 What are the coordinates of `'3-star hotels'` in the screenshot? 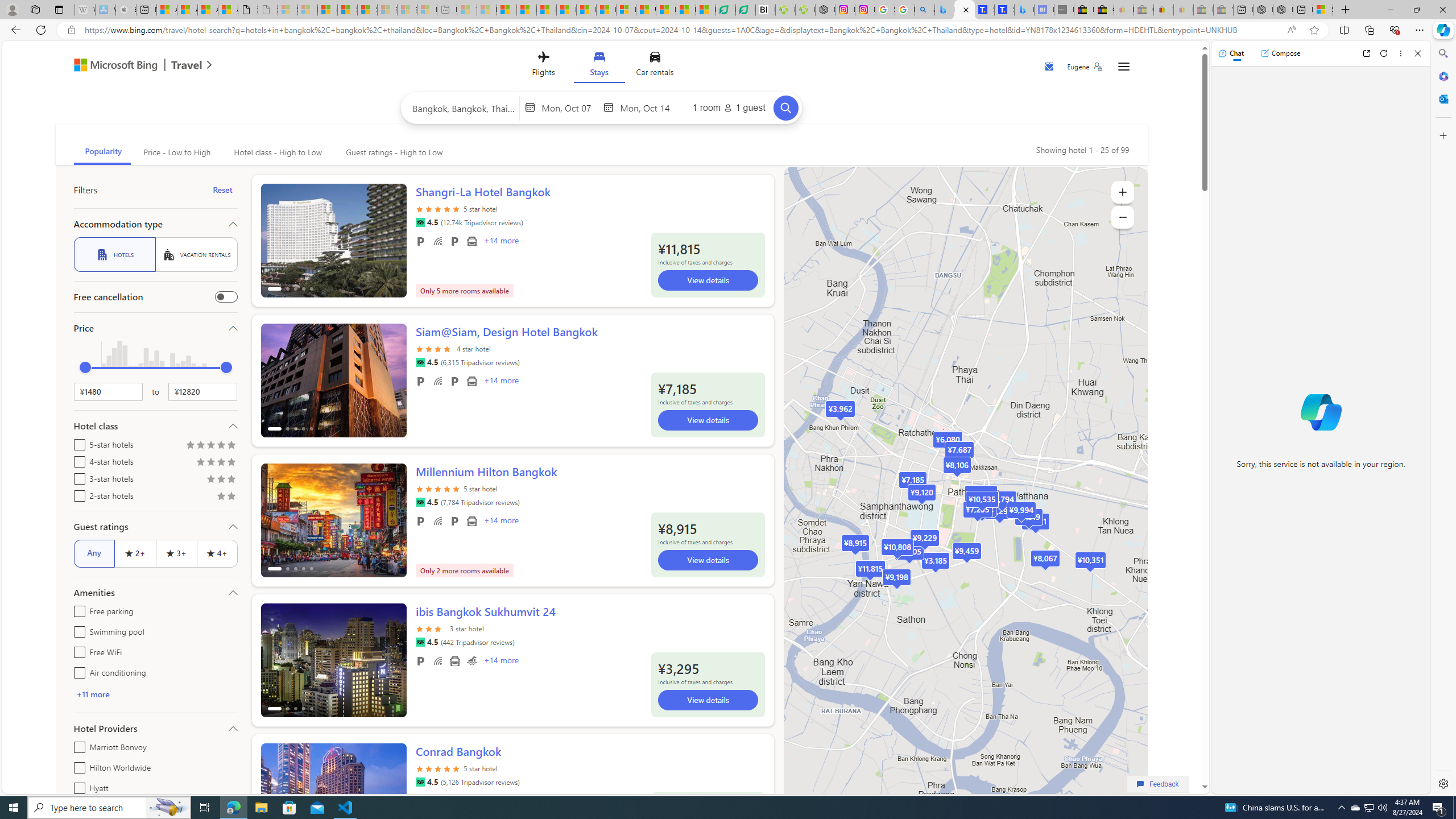 It's located at (76, 477).